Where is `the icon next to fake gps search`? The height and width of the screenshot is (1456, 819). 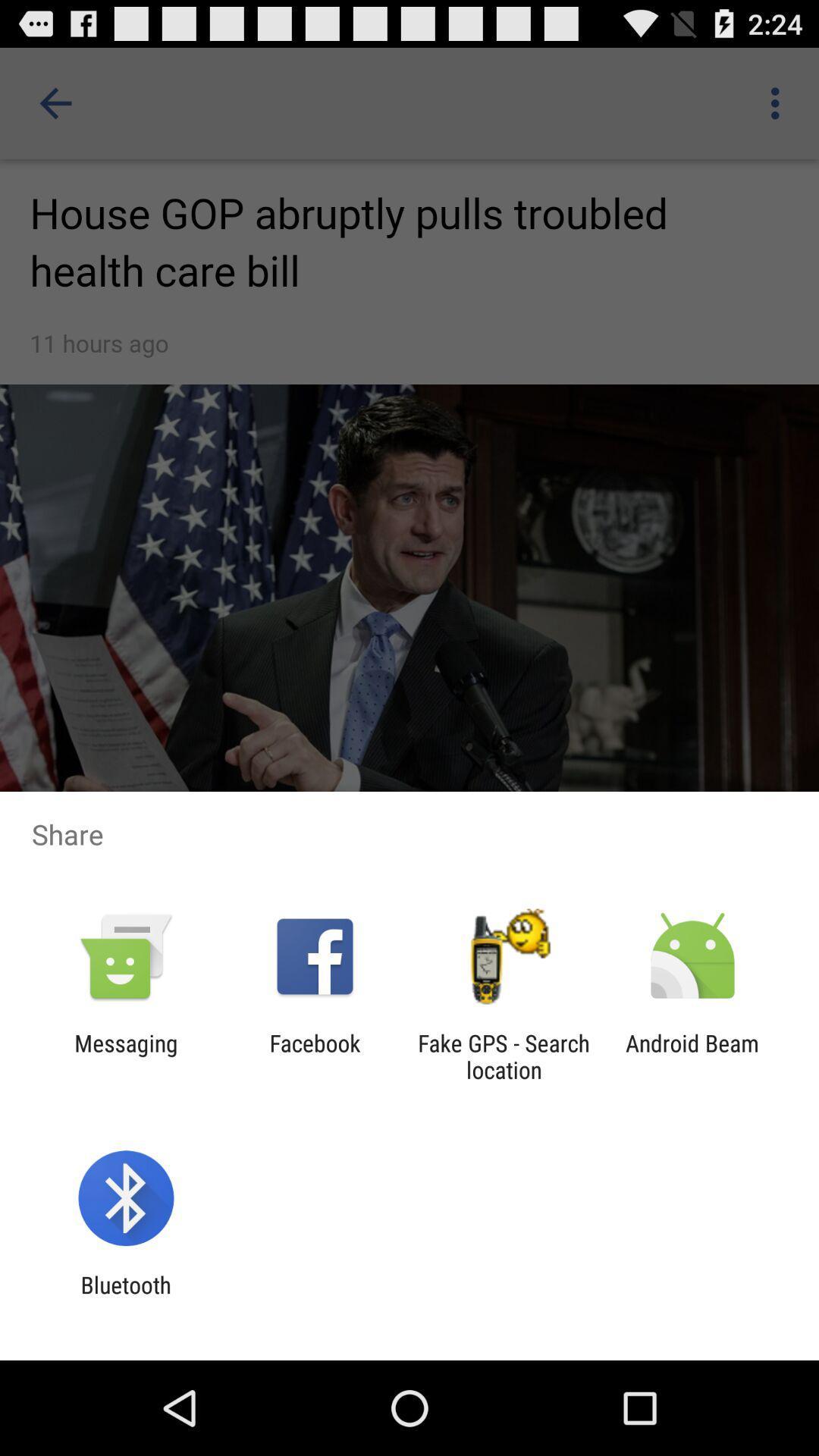 the icon next to fake gps search is located at coordinates (692, 1056).